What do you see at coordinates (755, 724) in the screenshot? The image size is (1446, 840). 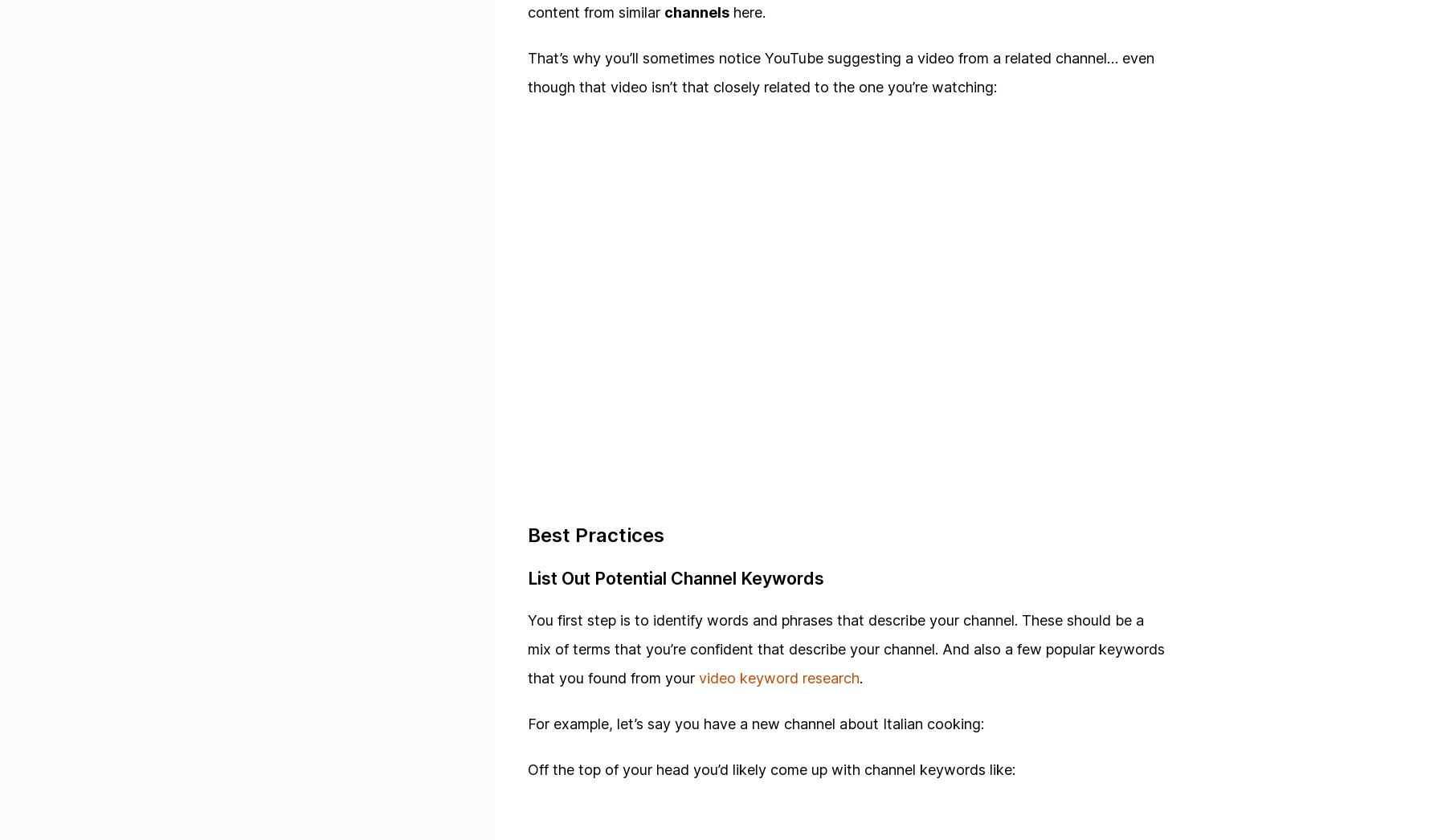 I see `'For example, let’s say you have a new channel about Italian cooking:'` at bounding box center [755, 724].